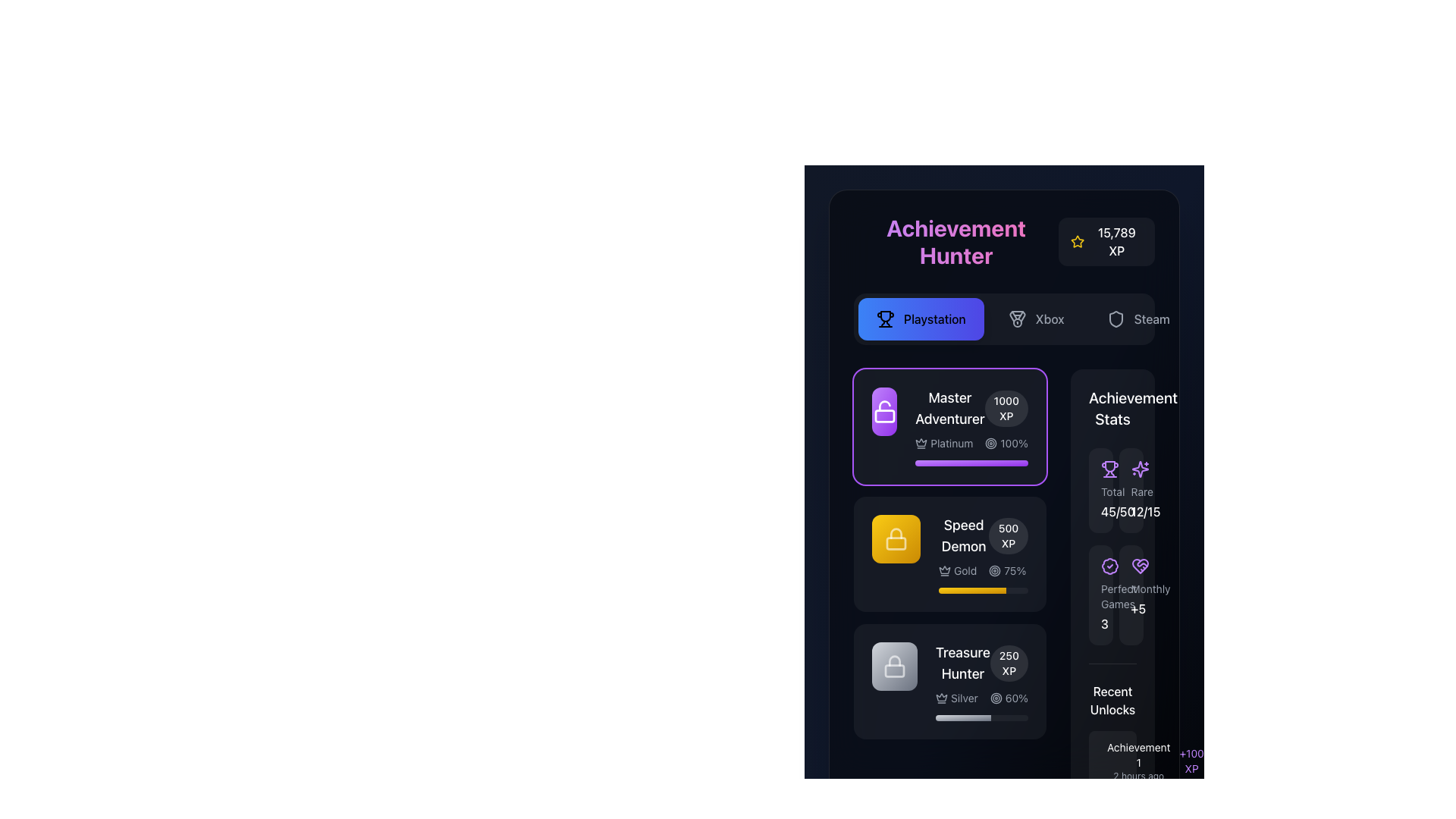 The image size is (1456, 819). I want to click on the locked achievement icon representing the locked state of the 'Treasure Hunter' card, which is the third entry from the top in the grid of achievement cards, so click(895, 666).